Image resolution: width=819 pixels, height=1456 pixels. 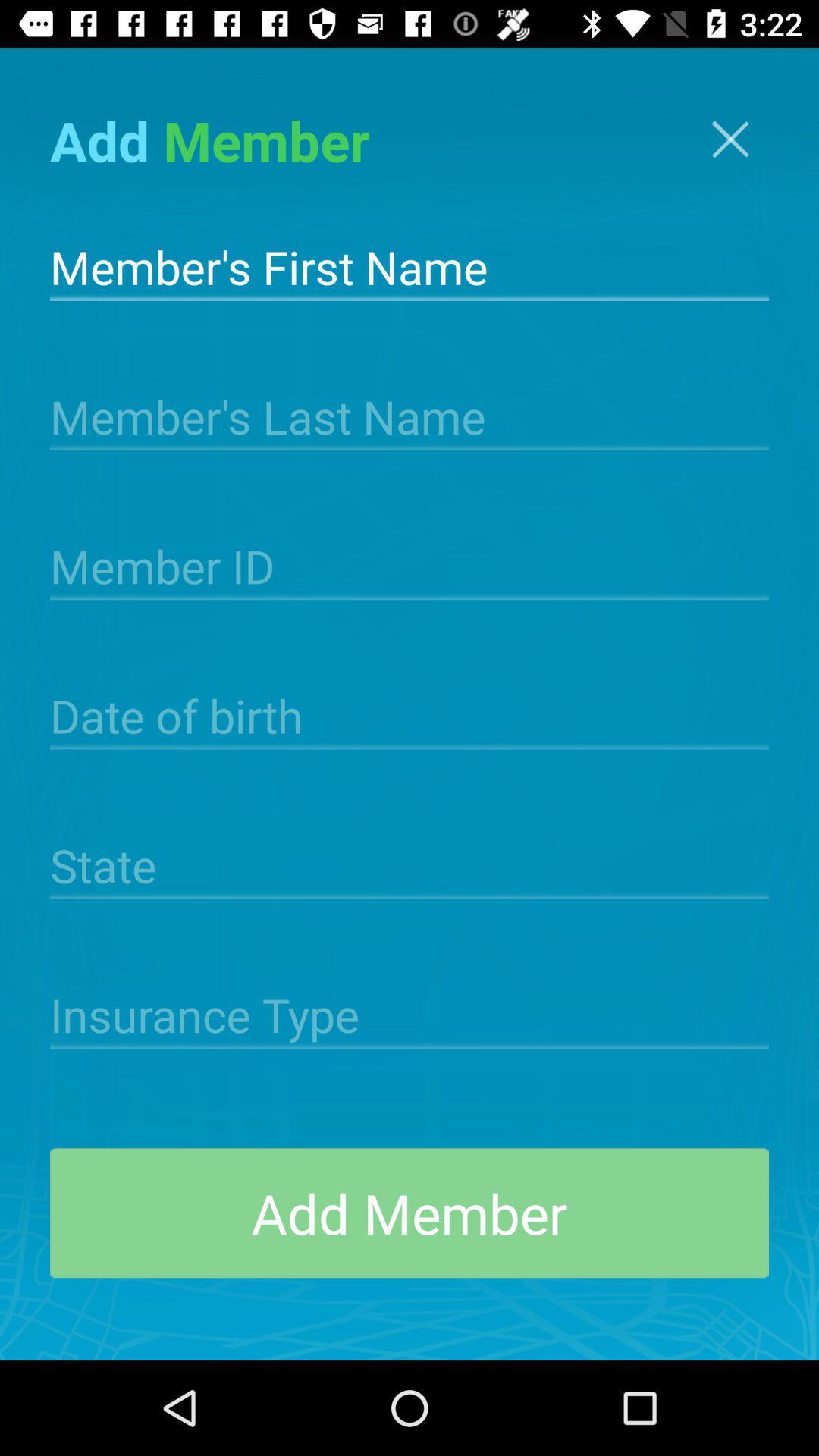 What do you see at coordinates (409, 1013) in the screenshot?
I see `insurance type input field` at bounding box center [409, 1013].